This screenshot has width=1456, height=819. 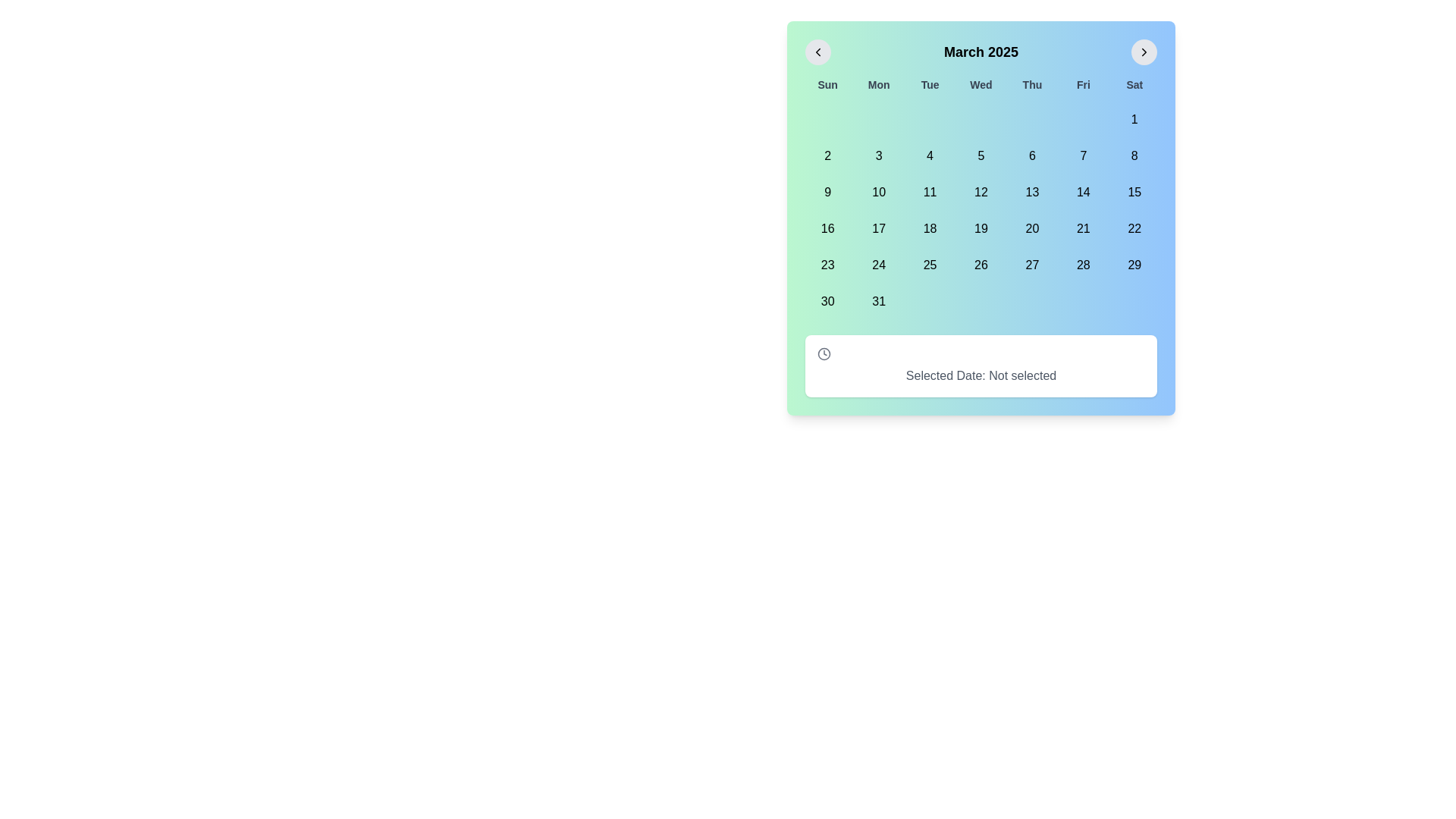 What do you see at coordinates (929, 192) in the screenshot?
I see `the interactive button for selecting the 11th day of March 2025` at bounding box center [929, 192].